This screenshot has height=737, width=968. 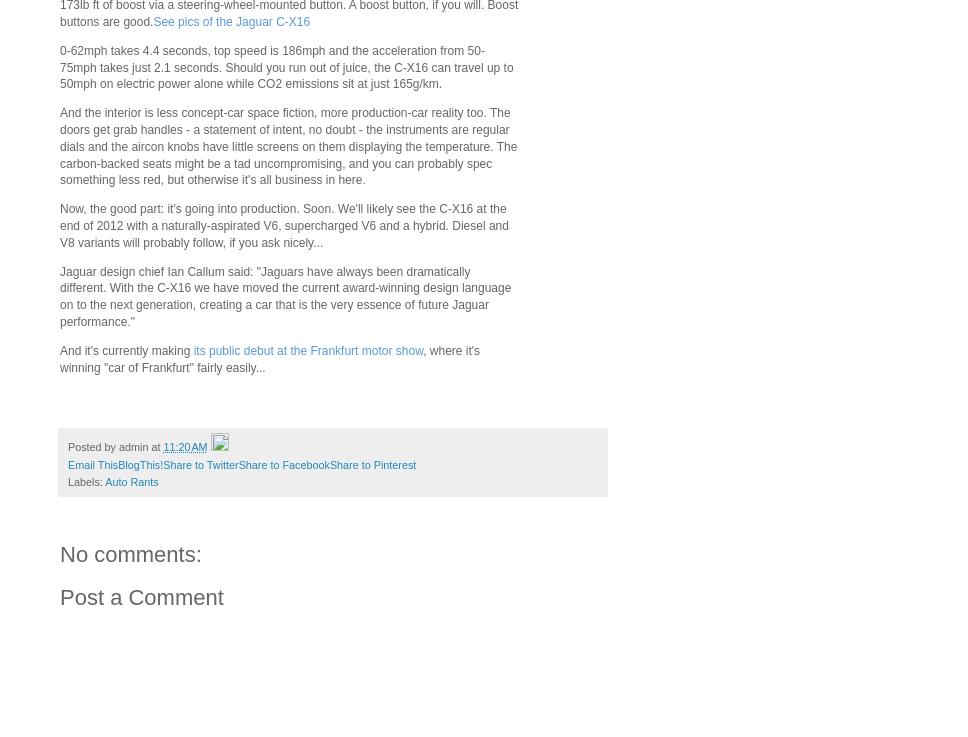 What do you see at coordinates (93, 464) in the screenshot?
I see `'Email This'` at bounding box center [93, 464].